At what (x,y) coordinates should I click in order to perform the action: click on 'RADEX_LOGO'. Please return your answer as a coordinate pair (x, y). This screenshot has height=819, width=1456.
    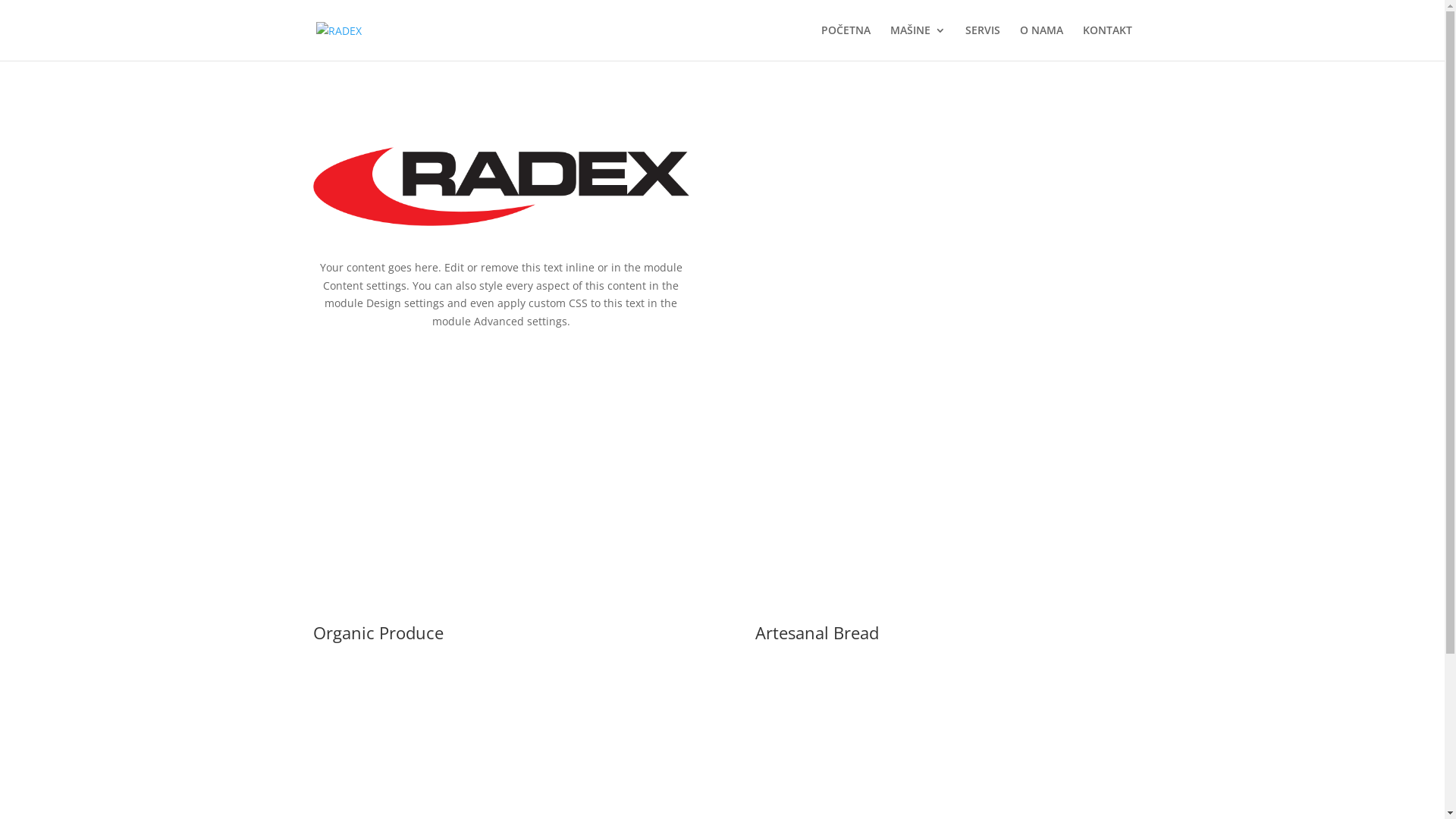
    Looking at the image, I should click on (500, 185).